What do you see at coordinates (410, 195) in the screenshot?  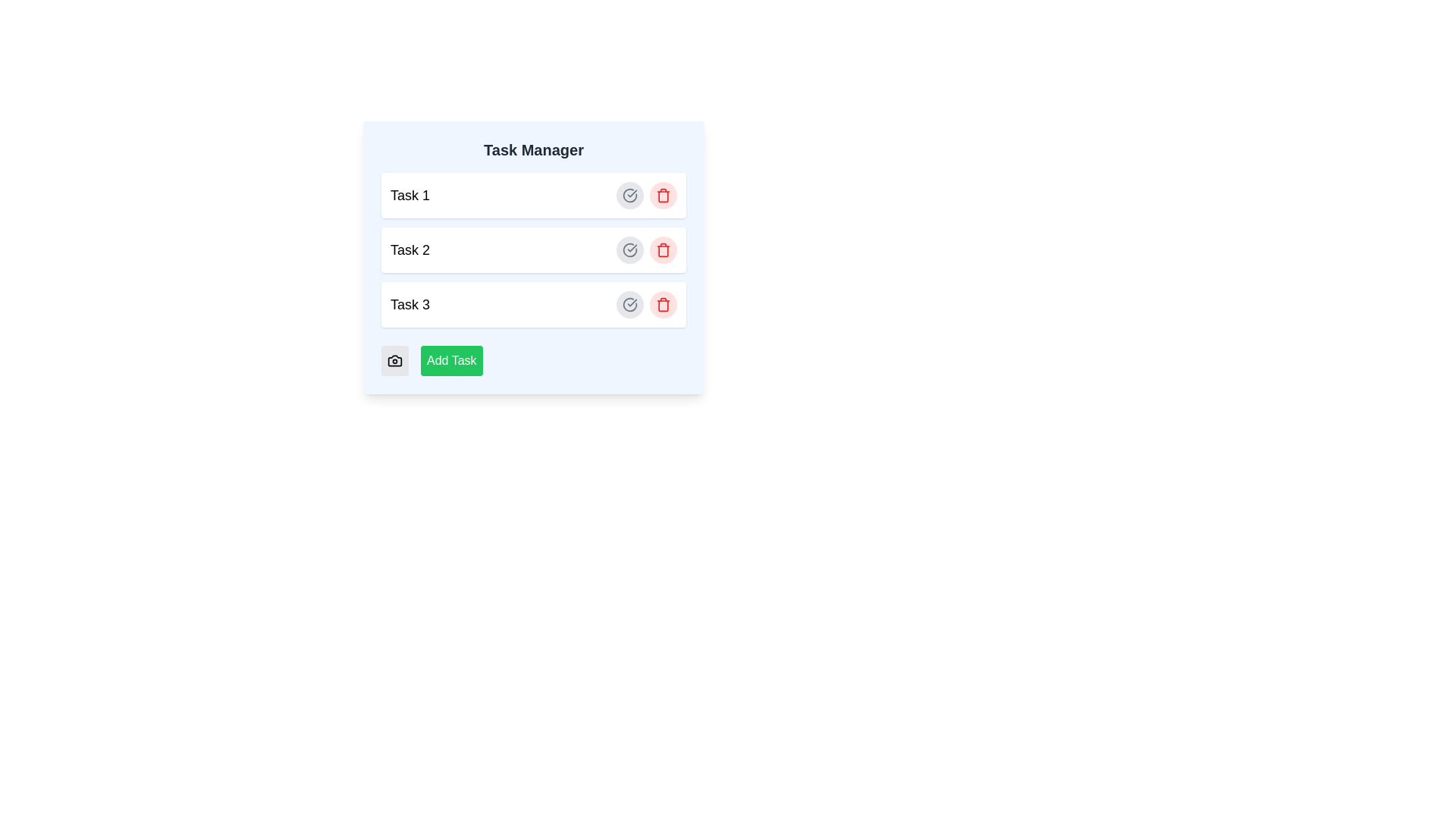 I see `the static text label reading 'Task 1'` at bounding box center [410, 195].